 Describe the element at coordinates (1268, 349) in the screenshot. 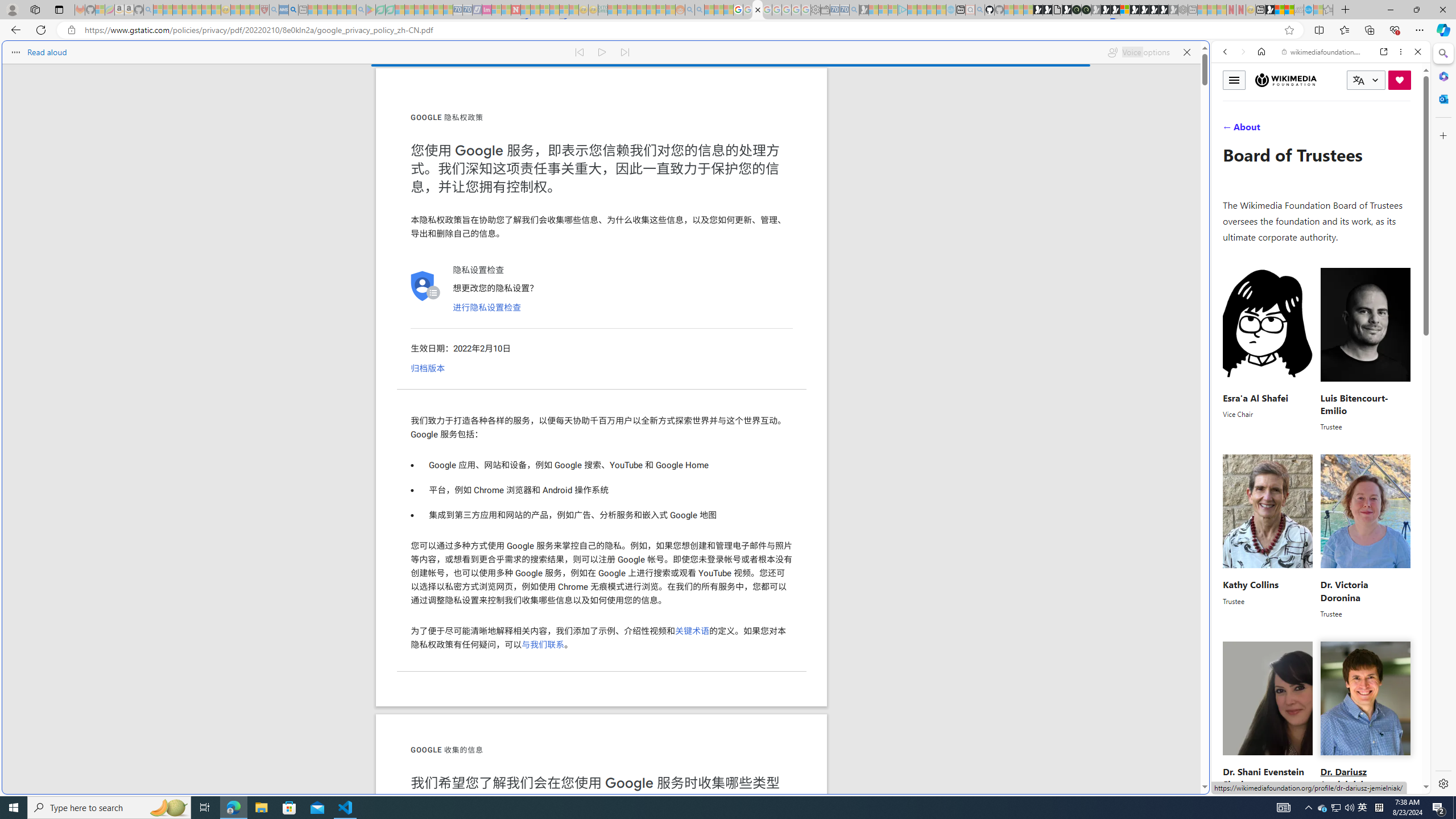

I see `'Esra'` at that location.